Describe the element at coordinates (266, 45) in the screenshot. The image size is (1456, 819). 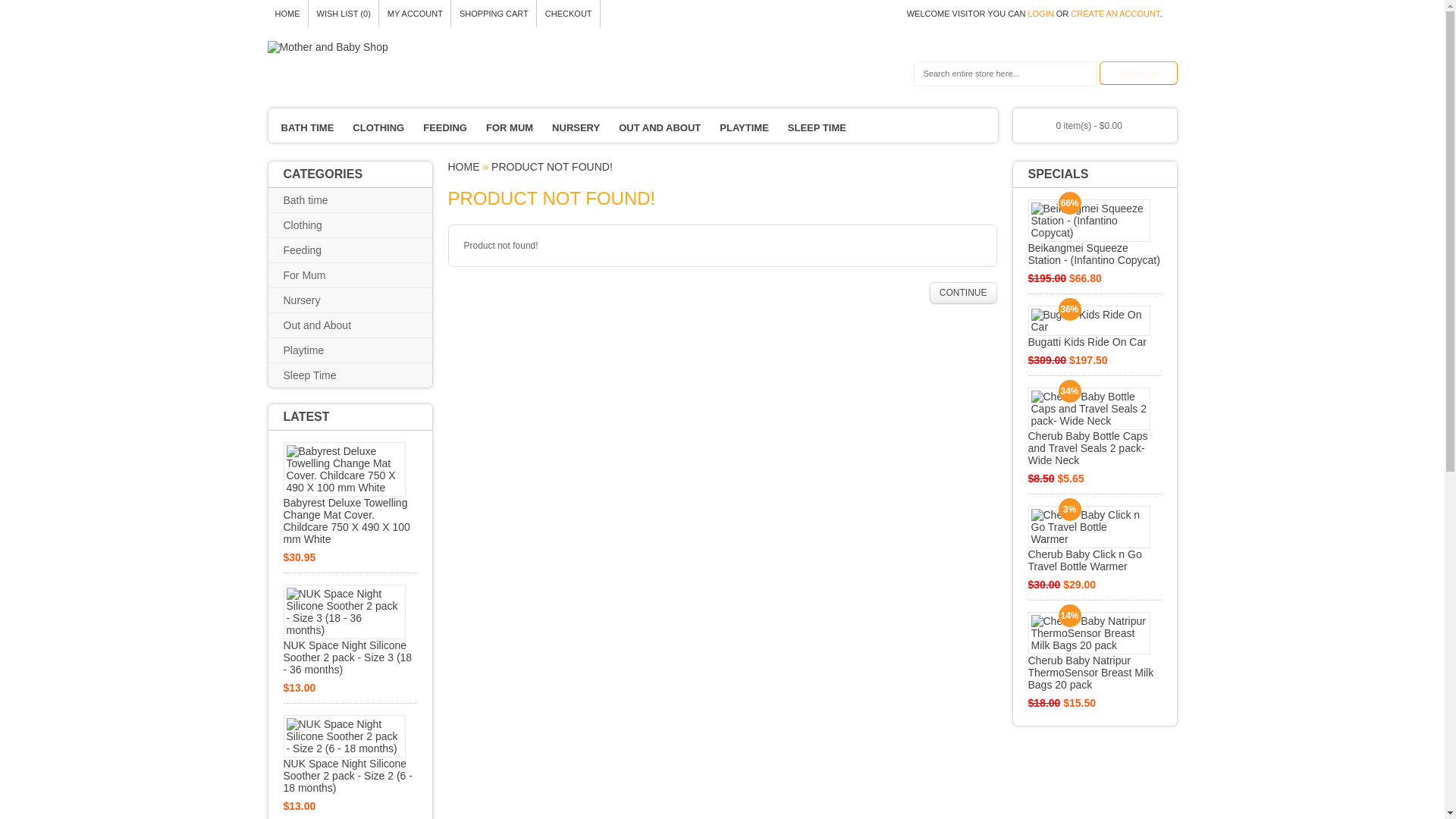
I see `'Mother and Baby Shop'` at that location.